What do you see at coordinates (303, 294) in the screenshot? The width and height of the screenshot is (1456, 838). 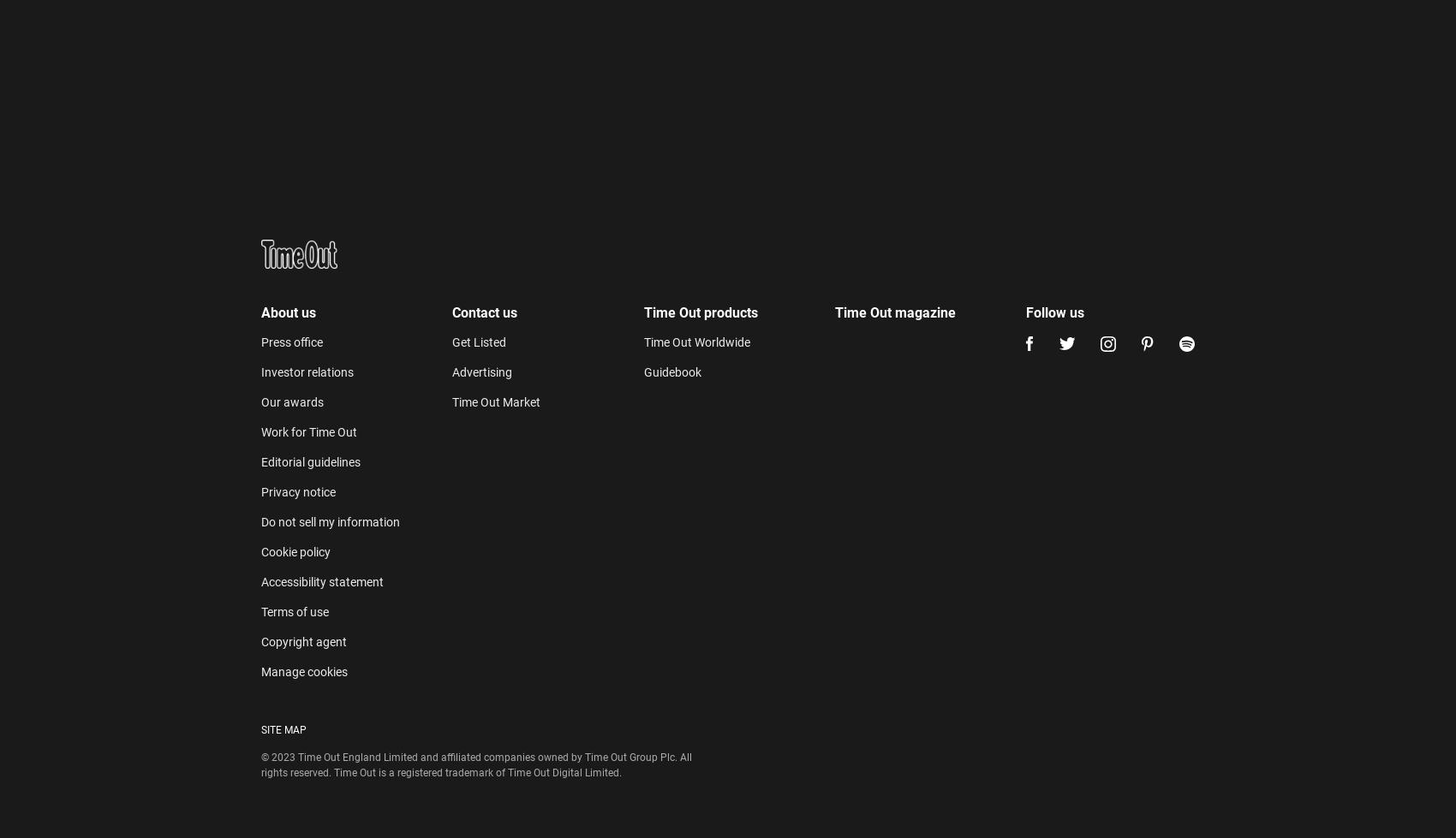 I see `'Manage cookies'` at bounding box center [303, 294].